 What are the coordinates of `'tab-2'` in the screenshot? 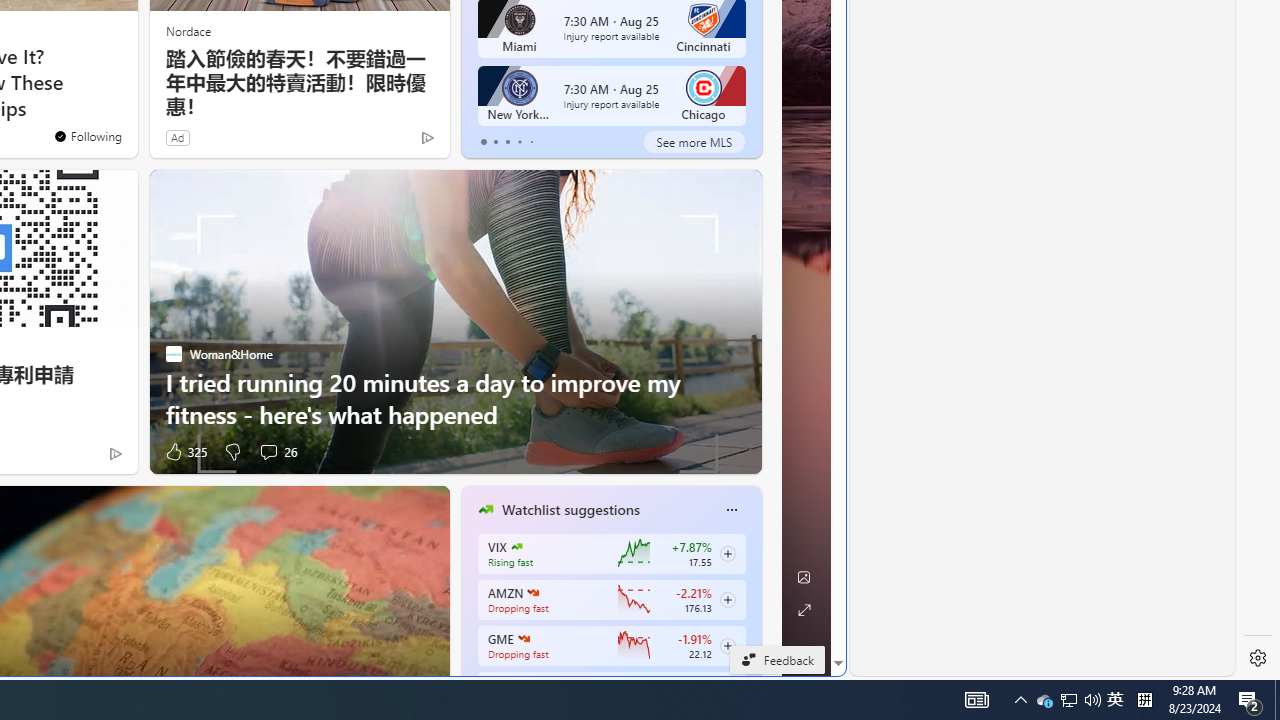 It's located at (507, 141).